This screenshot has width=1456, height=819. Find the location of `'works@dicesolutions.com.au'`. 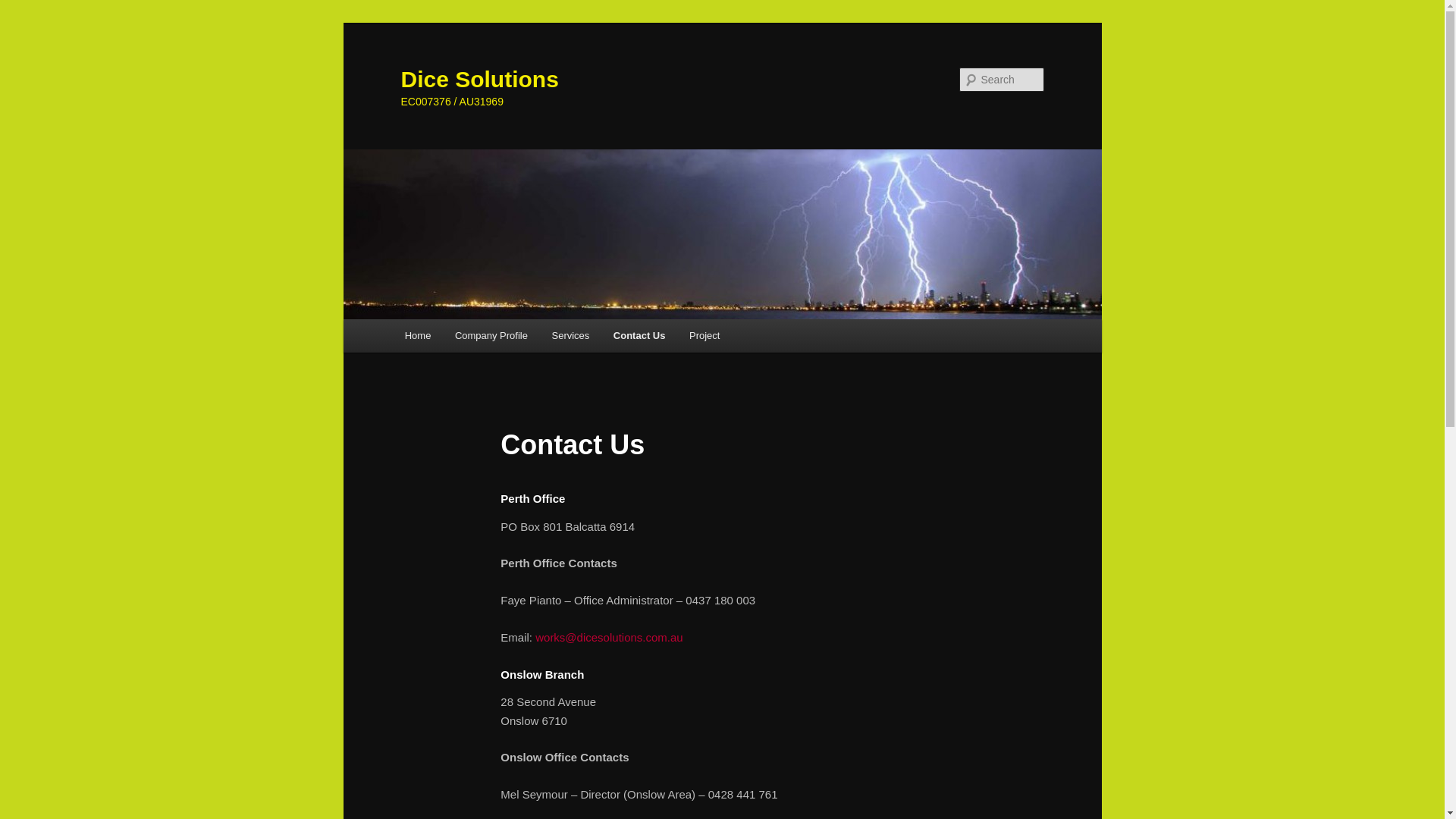

'works@dicesolutions.com.au' is located at coordinates (608, 637).